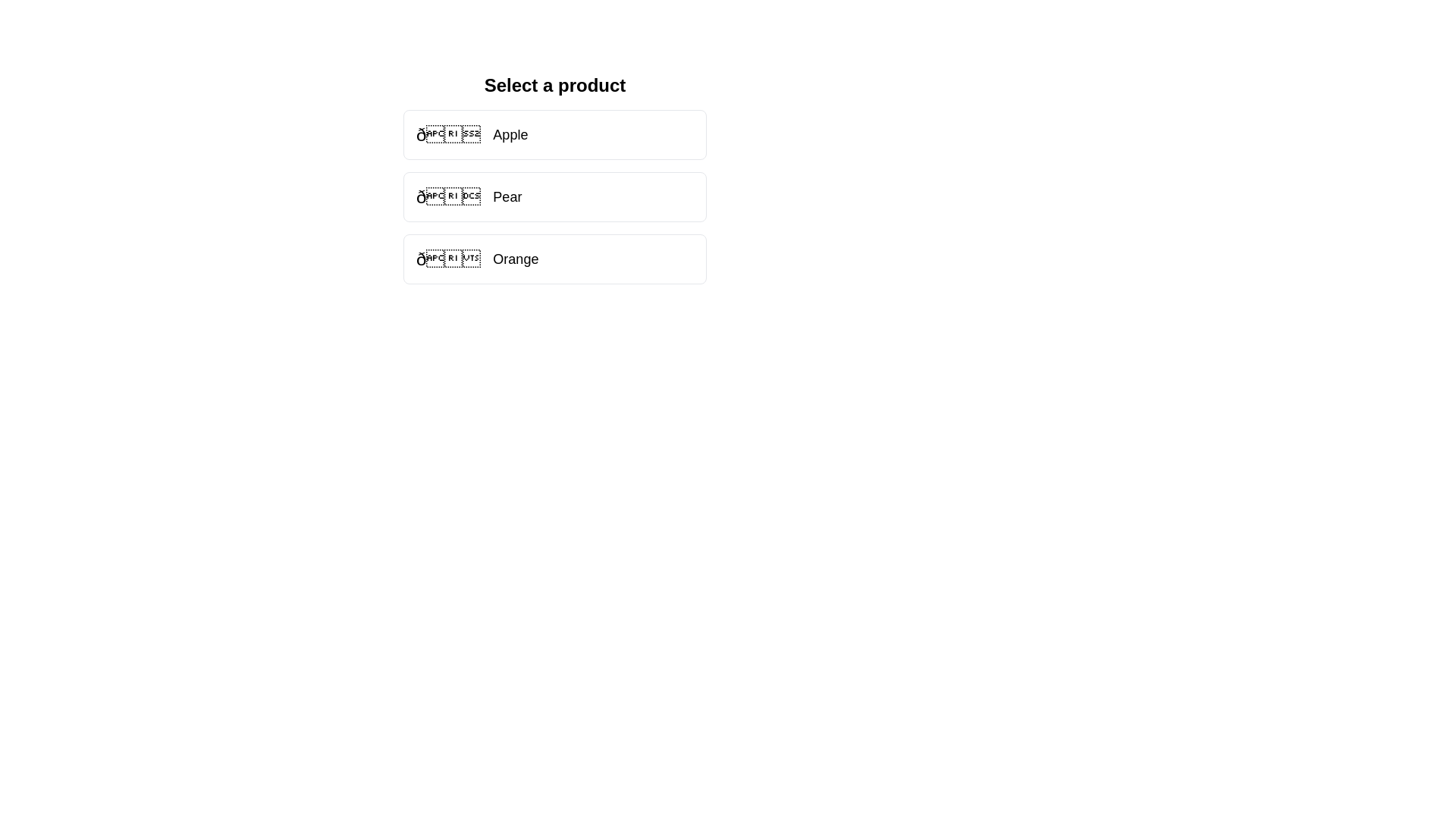 This screenshot has width=1456, height=819. Describe the element at coordinates (447, 196) in the screenshot. I see `the pear emoji icon located at the leftmost position in the row, adjacent to the label text 'Pear', for potential interaction` at that location.